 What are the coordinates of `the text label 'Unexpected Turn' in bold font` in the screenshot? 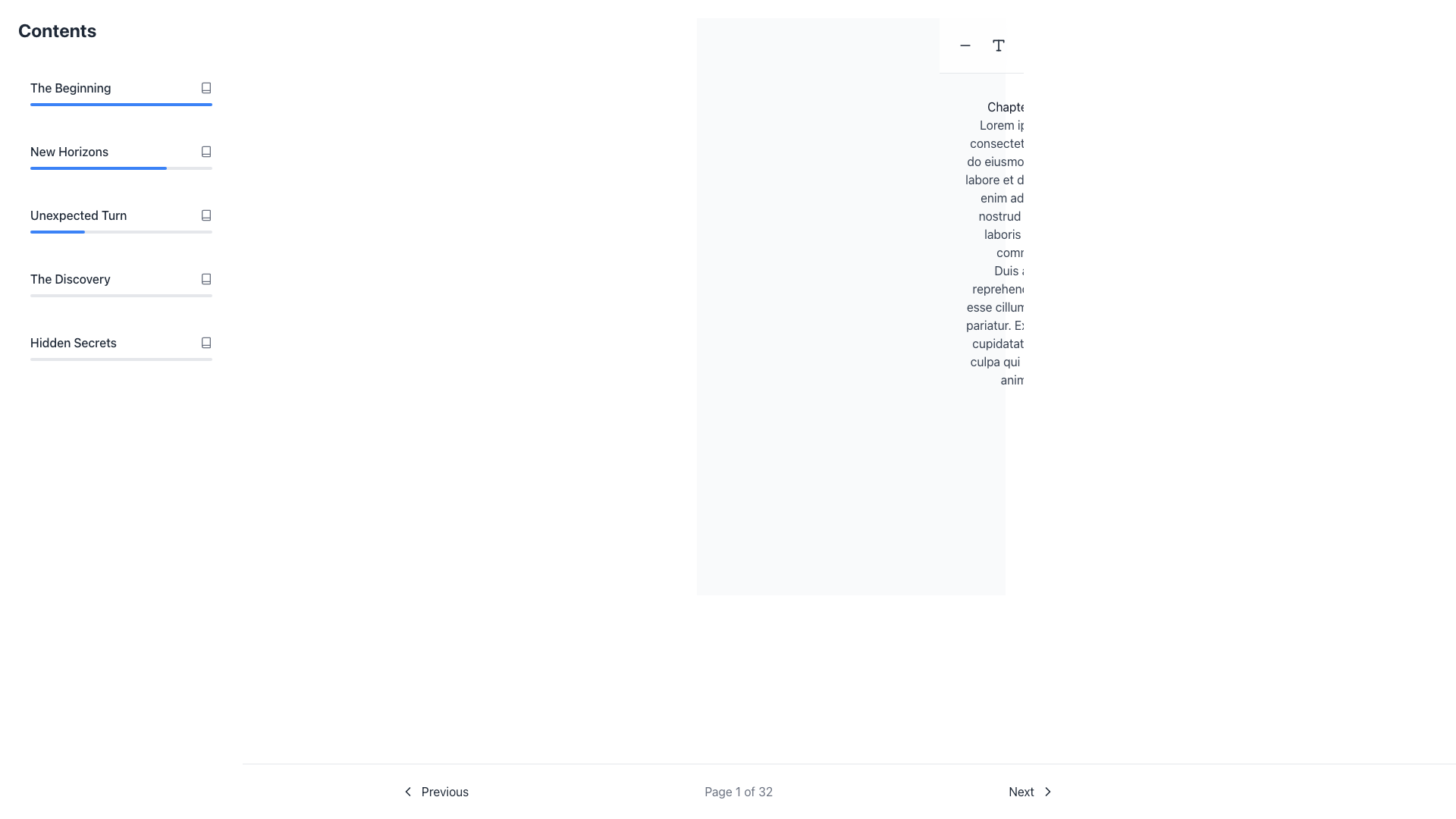 It's located at (120, 215).